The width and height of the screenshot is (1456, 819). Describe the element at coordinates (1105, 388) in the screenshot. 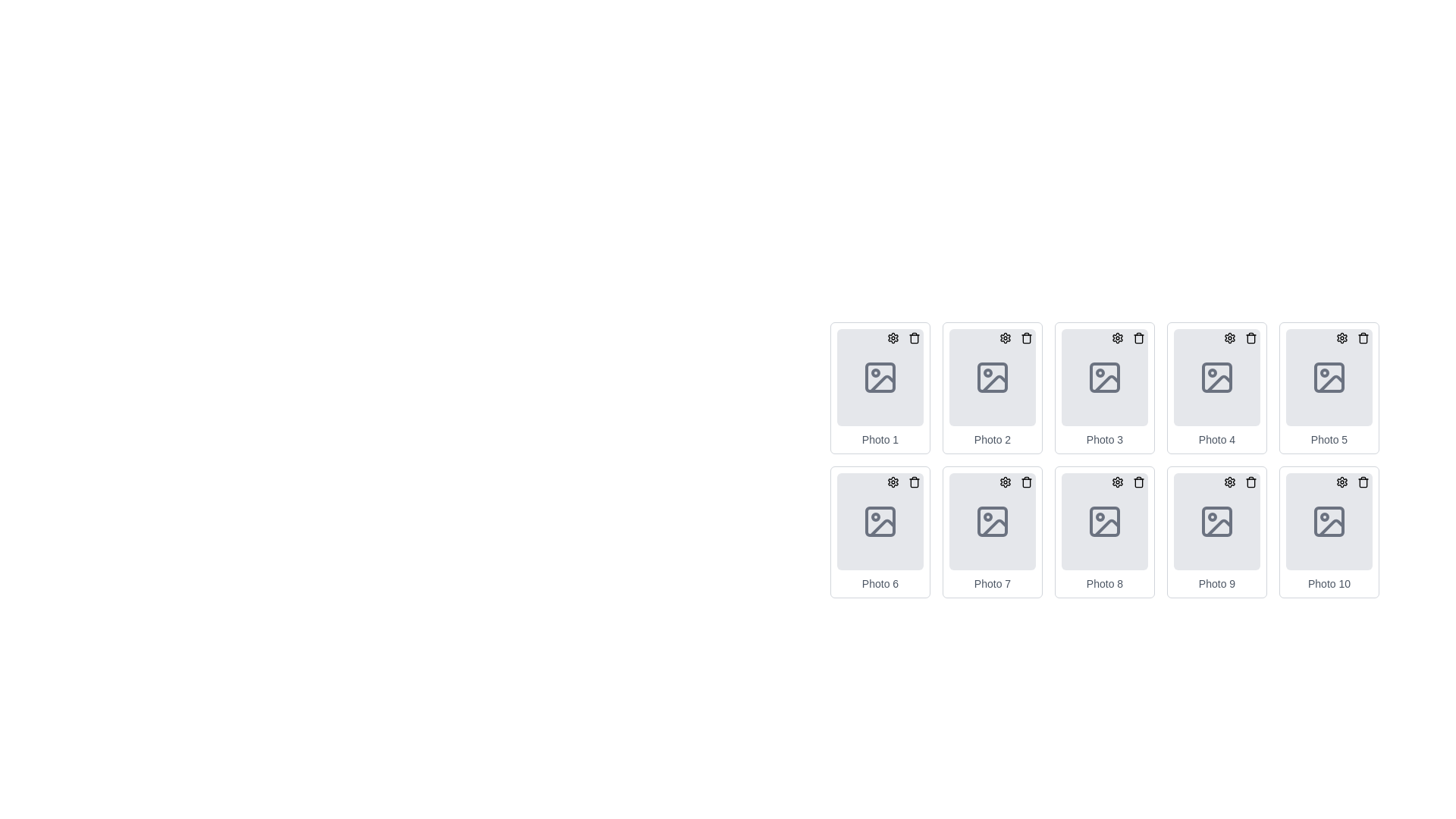

I see `the trash icon on the card representing the photo item, which is the third item in the first row of the grid layout` at that location.